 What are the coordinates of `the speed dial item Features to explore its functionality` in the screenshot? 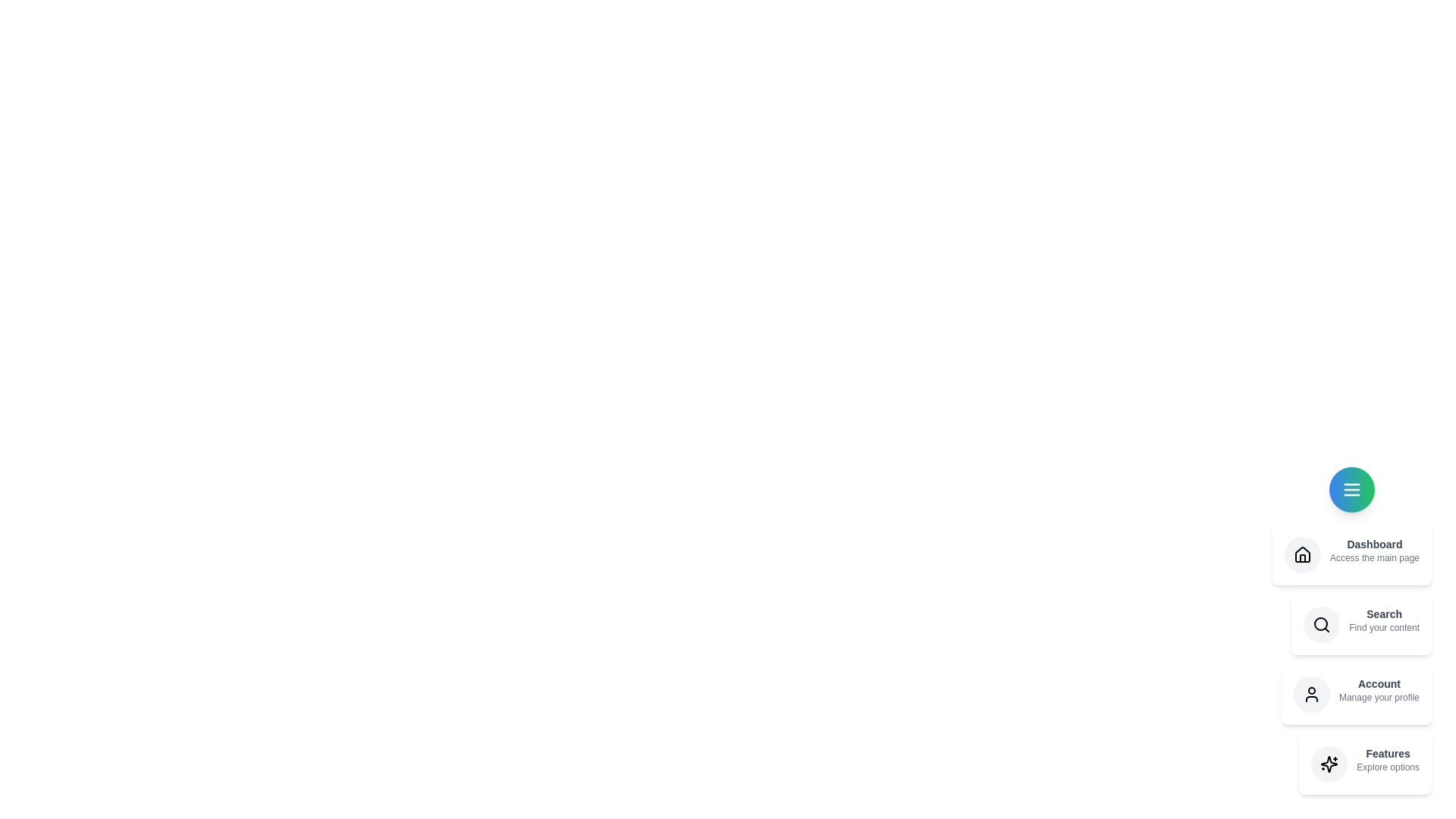 It's located at (1365, 764).